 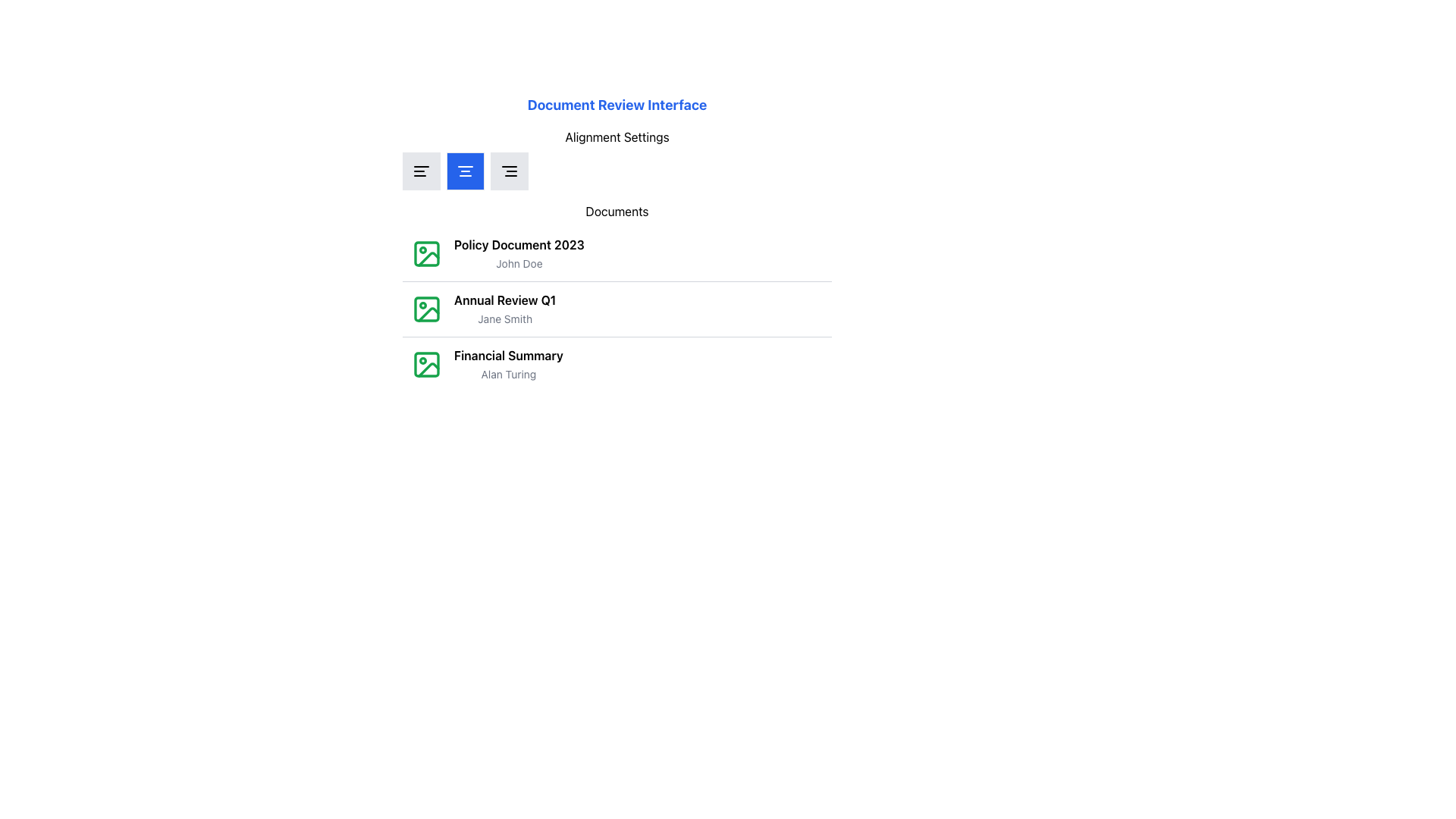 I want to click on the list item titled 'Annual Review Q1', so click(x=617, y=297).